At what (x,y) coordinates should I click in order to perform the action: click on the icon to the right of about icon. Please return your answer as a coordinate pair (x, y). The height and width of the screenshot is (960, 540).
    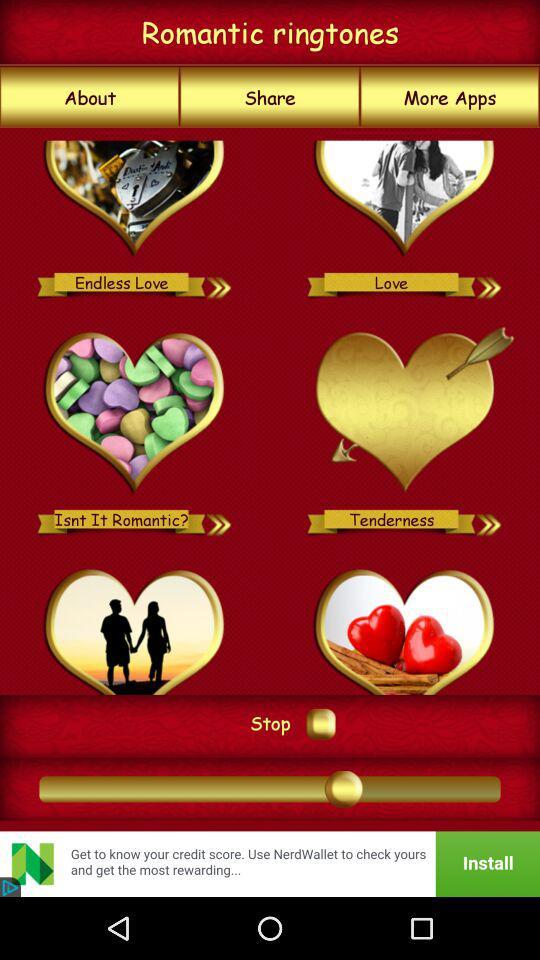
    Looking at the image, I should click on (270, 97).